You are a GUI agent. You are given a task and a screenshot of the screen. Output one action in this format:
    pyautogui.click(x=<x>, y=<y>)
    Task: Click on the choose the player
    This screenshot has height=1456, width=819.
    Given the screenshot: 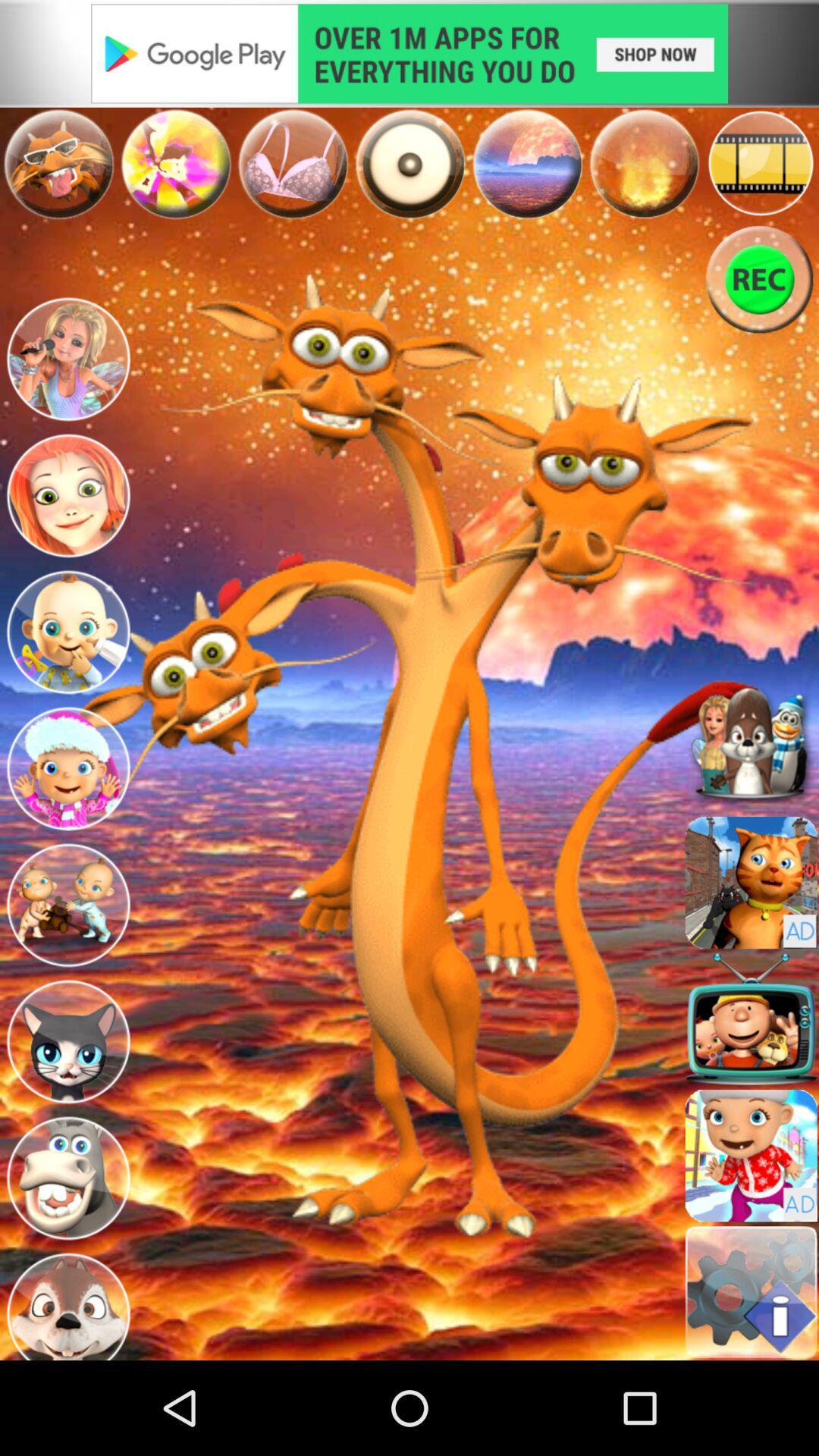 What is the action you would take?
    pyautogui.click(x=67, y=1040)
    